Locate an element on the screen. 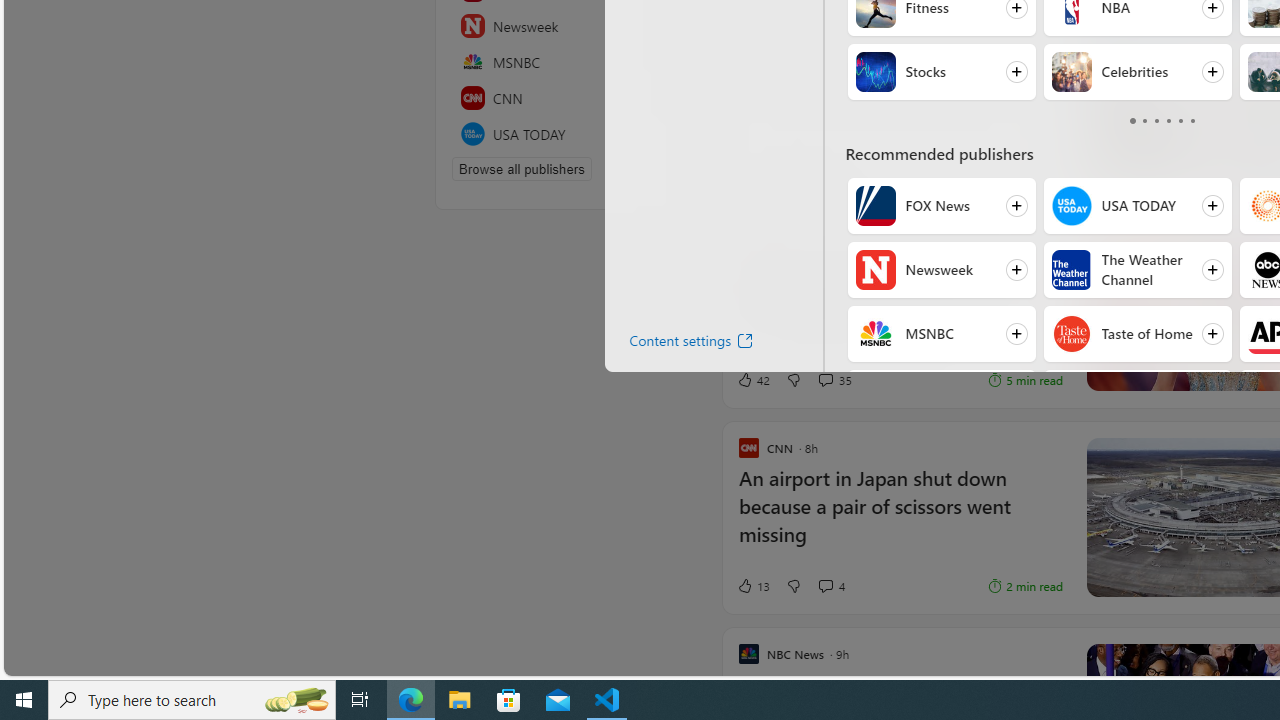 The width and height of the screenshot is (1280, 720). 'MSNBC' is located at coordinates (875, 333).